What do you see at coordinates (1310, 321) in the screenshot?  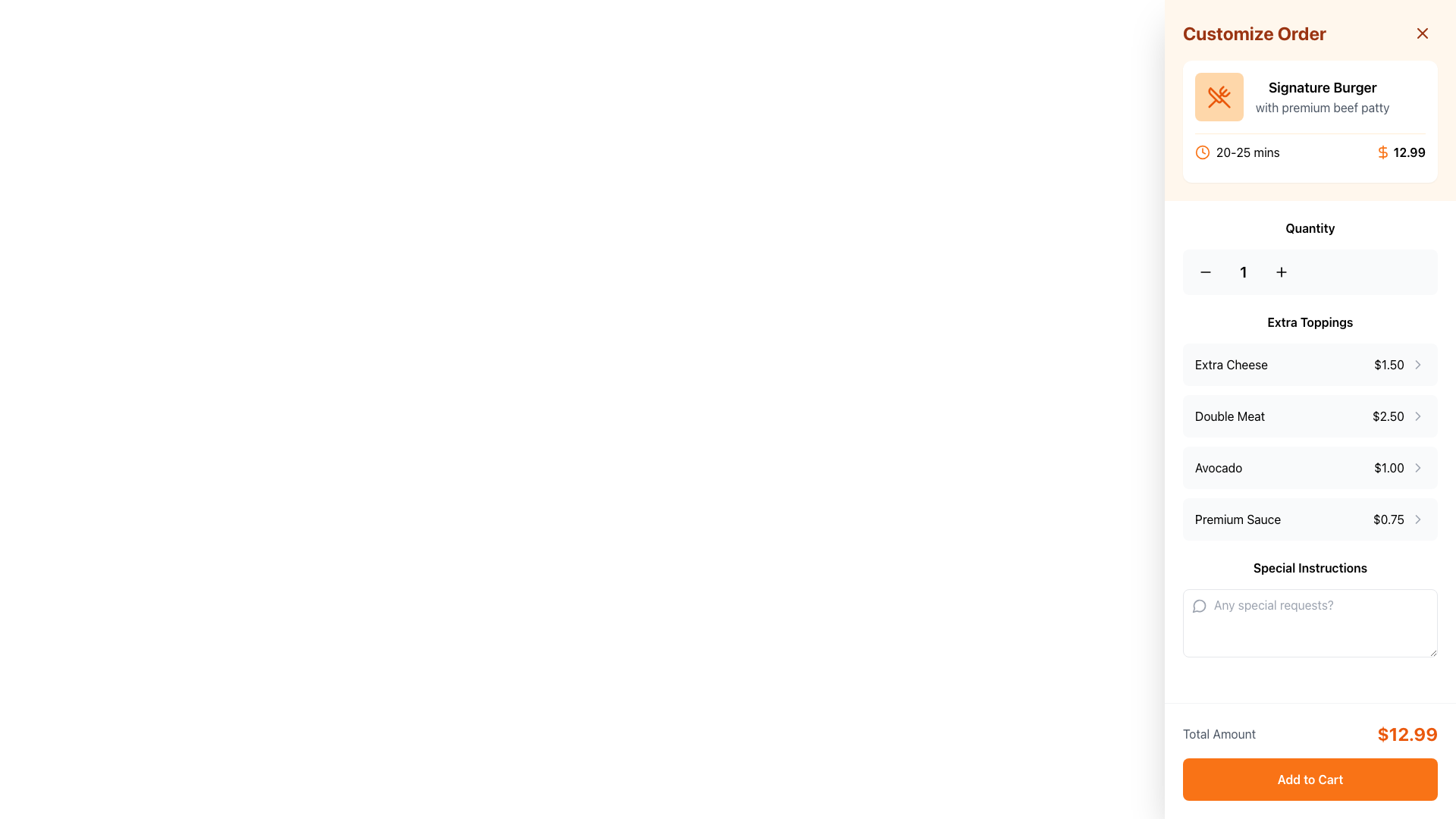 I see `the Text Label that serves as a title or section header, located below the 'Quantity' section and above the list of extra toppings such as 'Extra Cheese' and 'Double Meat'` at bounding box center [1310, 321].